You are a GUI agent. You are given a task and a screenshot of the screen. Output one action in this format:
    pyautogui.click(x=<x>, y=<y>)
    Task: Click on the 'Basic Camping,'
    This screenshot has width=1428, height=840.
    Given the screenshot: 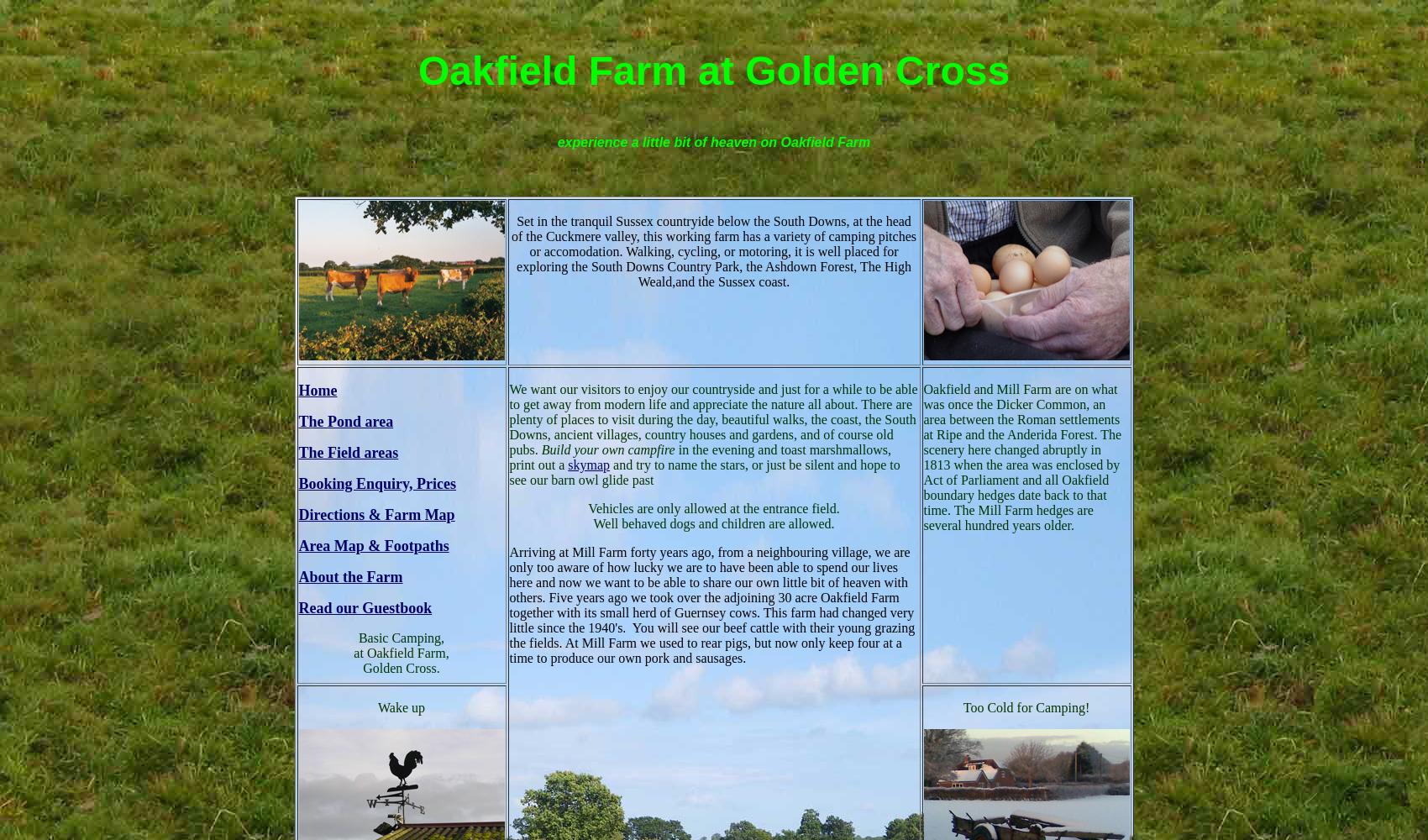 What is the action you would take?
    pyautogui.click(x=401, y=637)
    